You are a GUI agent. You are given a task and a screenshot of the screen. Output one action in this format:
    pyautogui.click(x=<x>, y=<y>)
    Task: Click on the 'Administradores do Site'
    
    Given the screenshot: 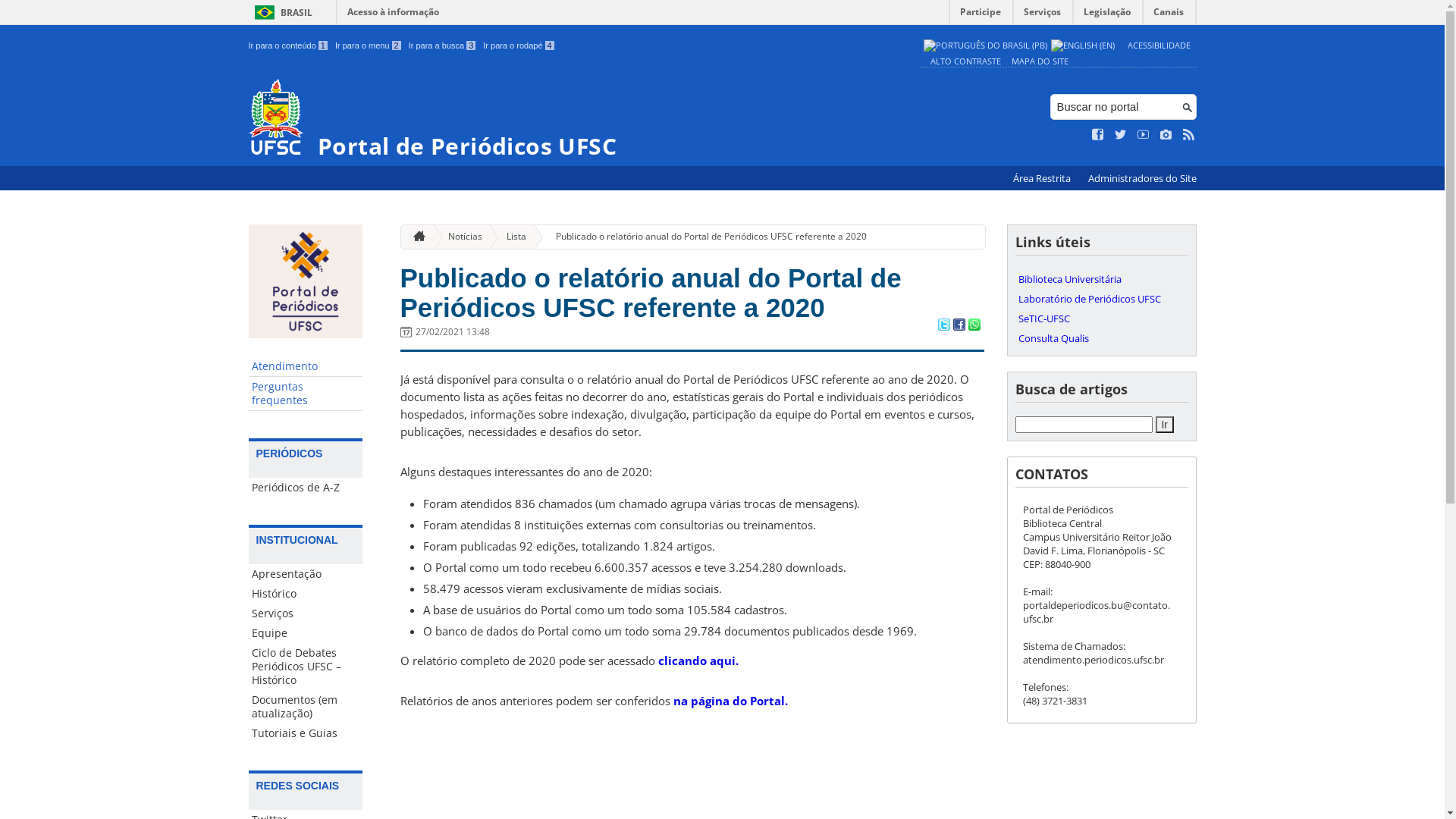 What is the action you would take?
    pyautogui.click(x=1141, y=177)
    